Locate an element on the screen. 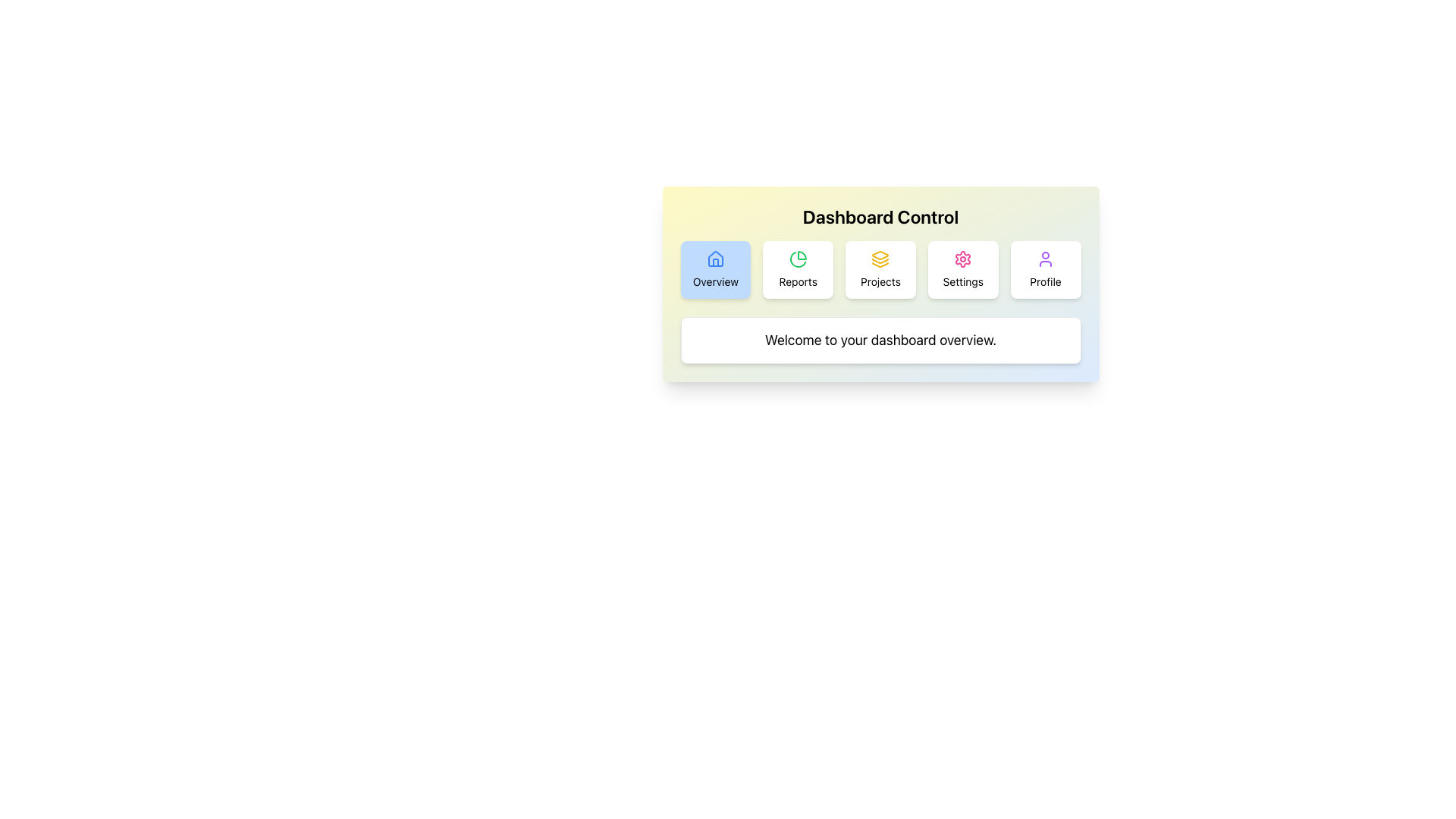 The image size is (1456, 819). the 'Reports' icon in the navigation bar for keyboard interaction is located at coordinates (797, 259).